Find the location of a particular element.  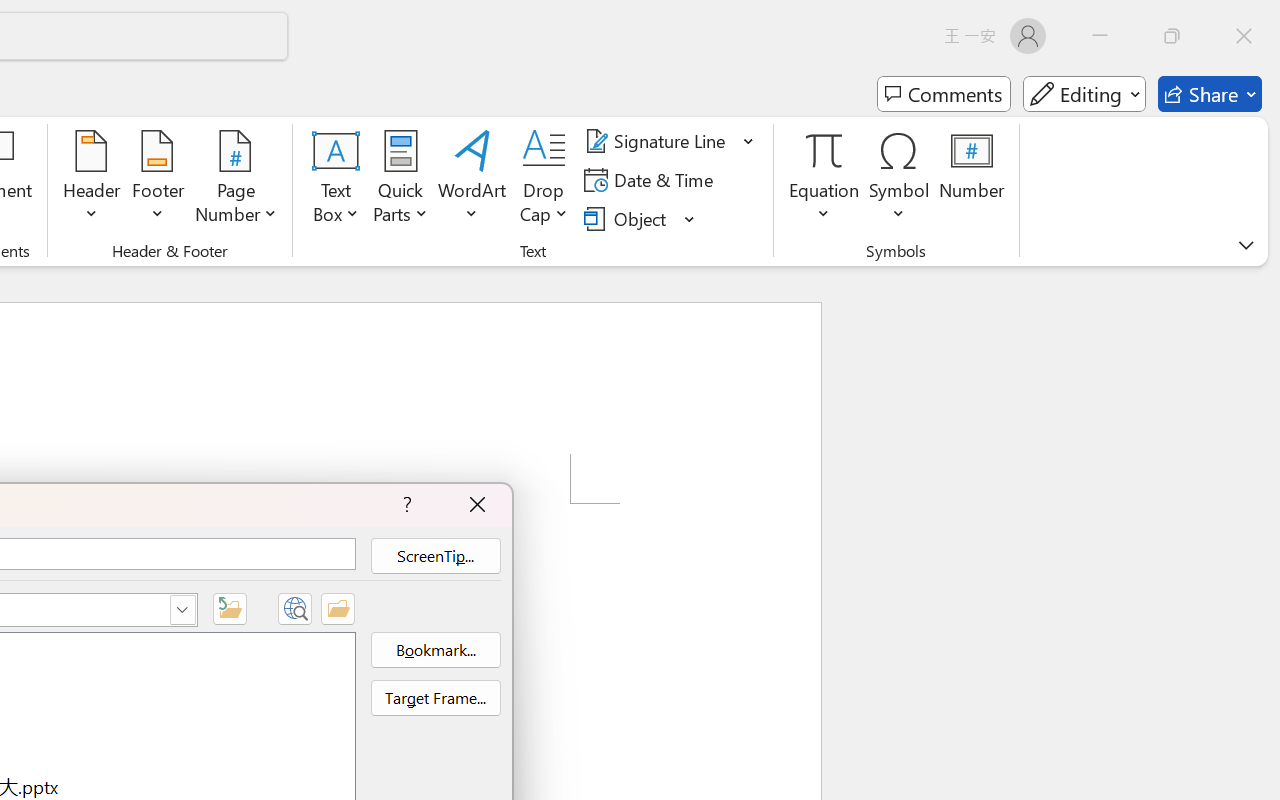

'Target Frame...' is located at coordinates (434, 698).